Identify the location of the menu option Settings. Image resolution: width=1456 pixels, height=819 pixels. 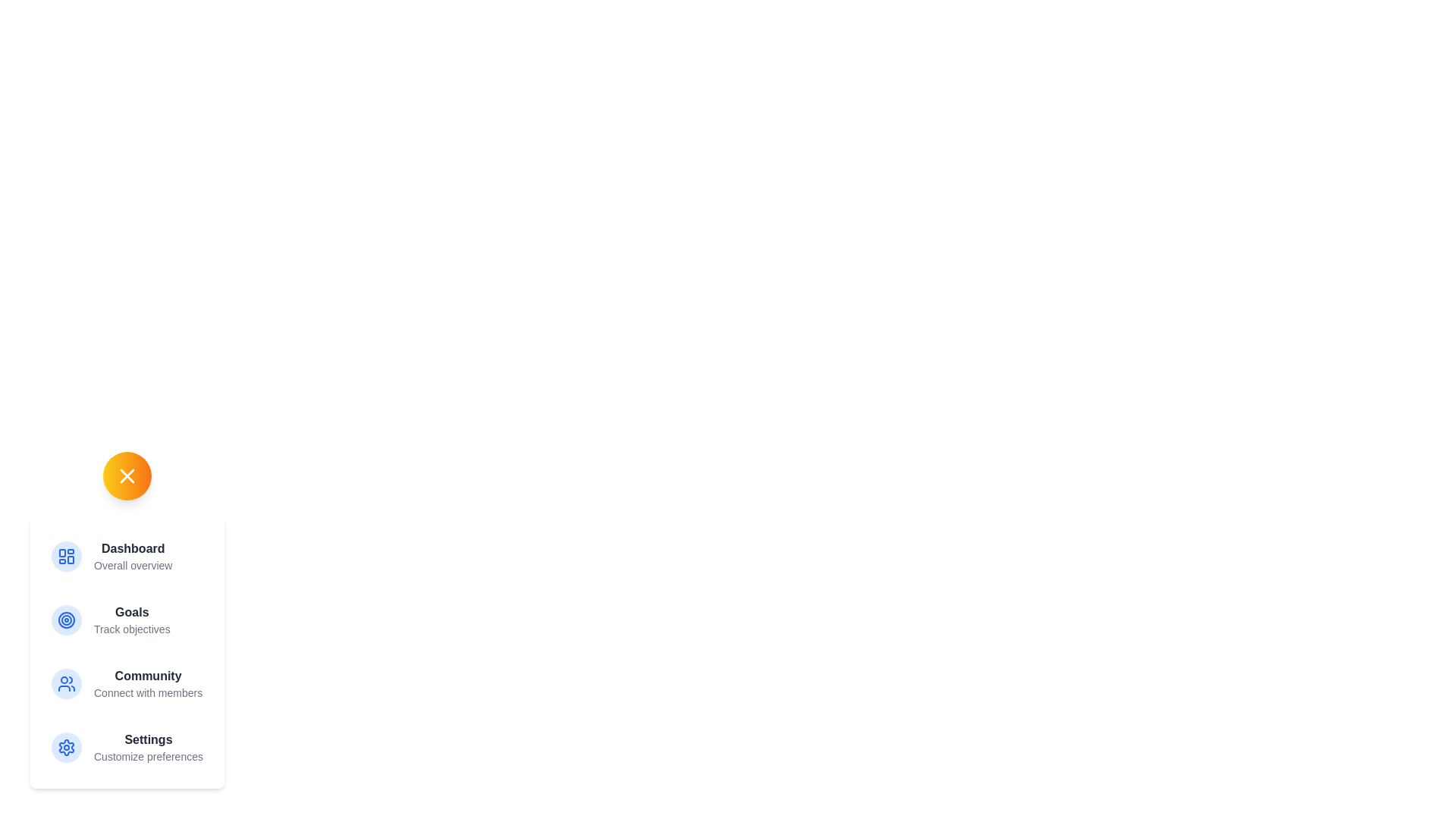
(127, 747).